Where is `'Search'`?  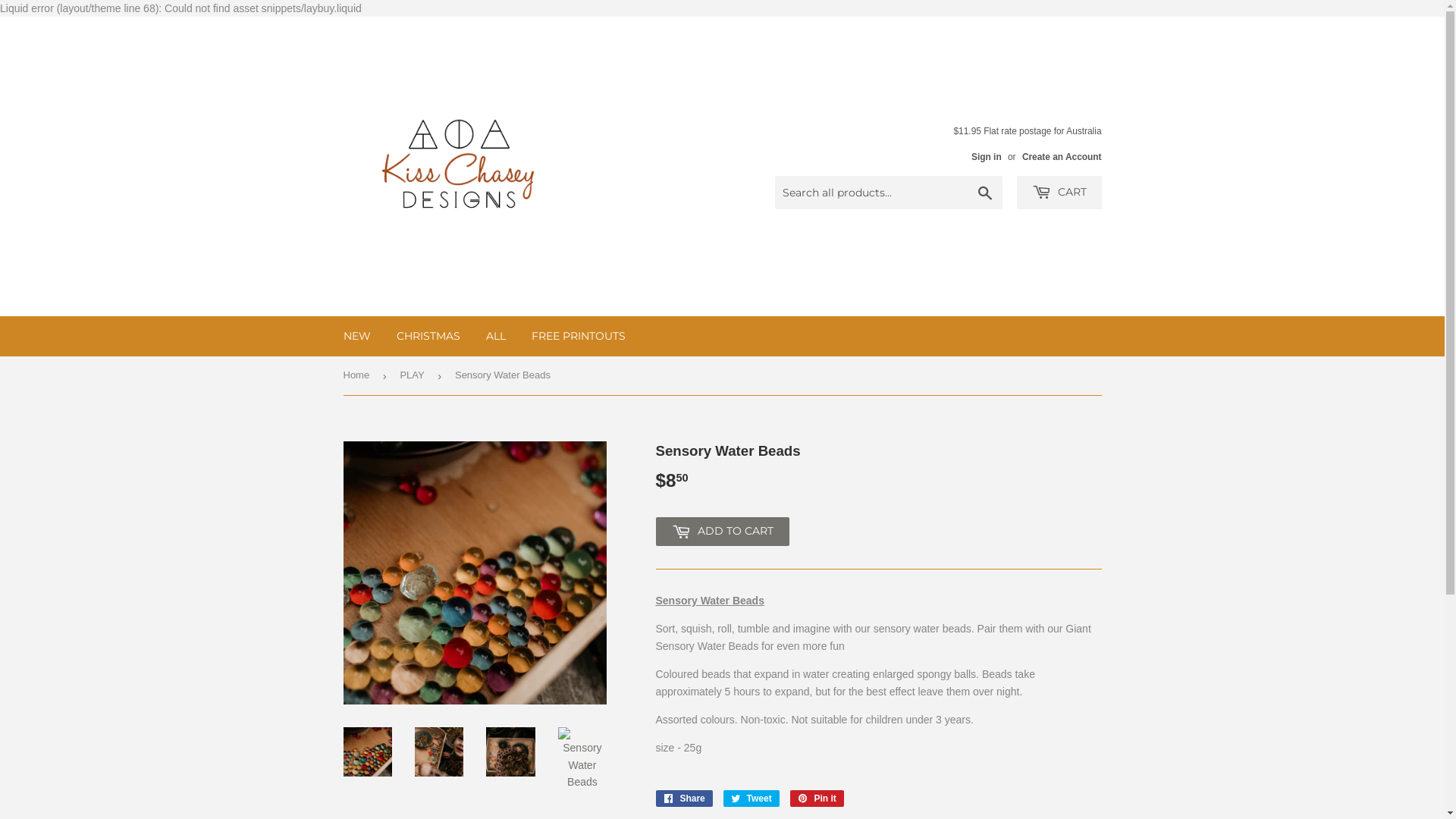 'Search' is located at coordinates (985, 192).